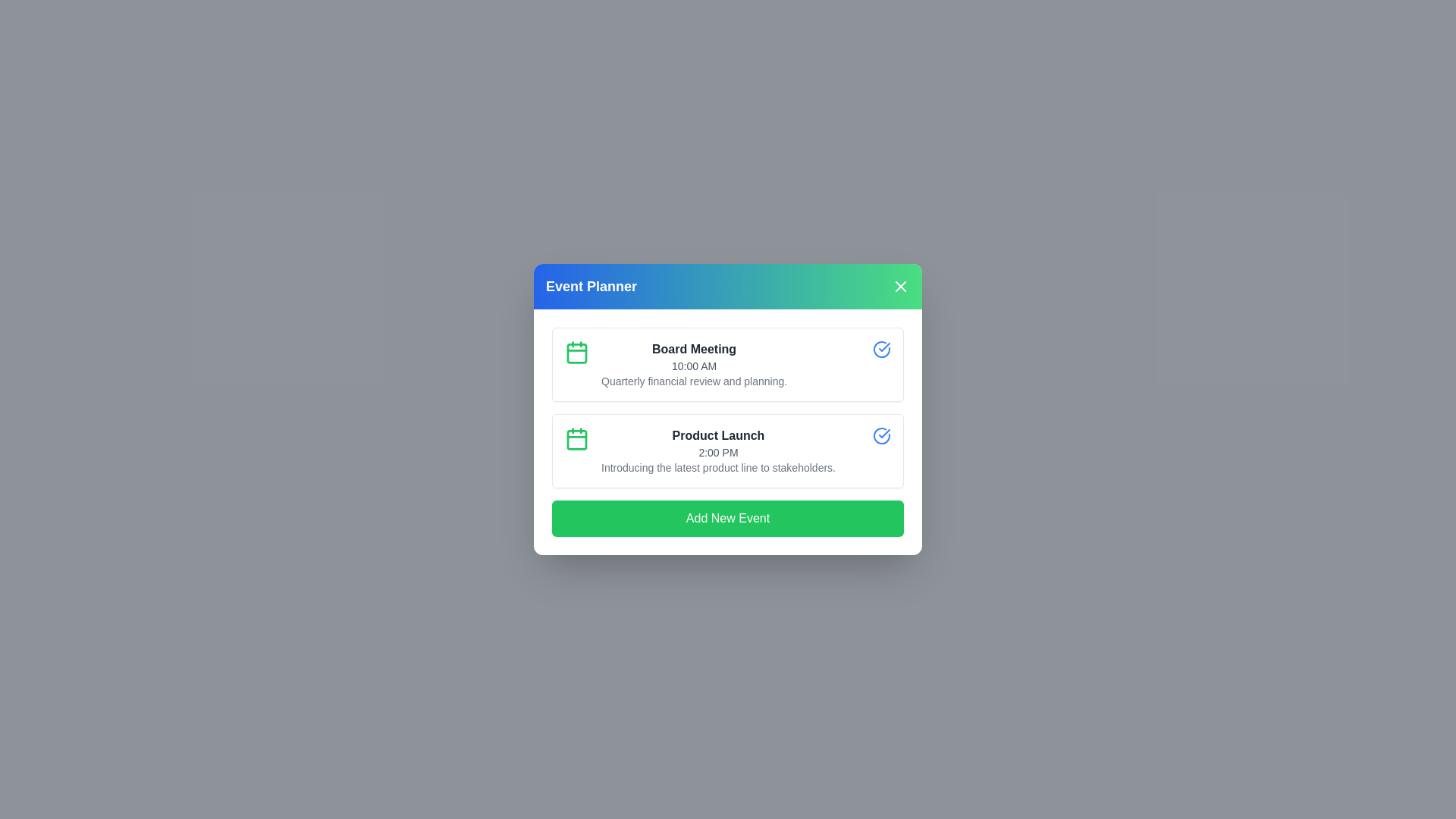  I want to click on the Display block containing the texts 'Board Meeting', '10:00 AM', and 'Quarterly financial review and planning' in the modal labeled 'Event Planner', so click(693, 365).